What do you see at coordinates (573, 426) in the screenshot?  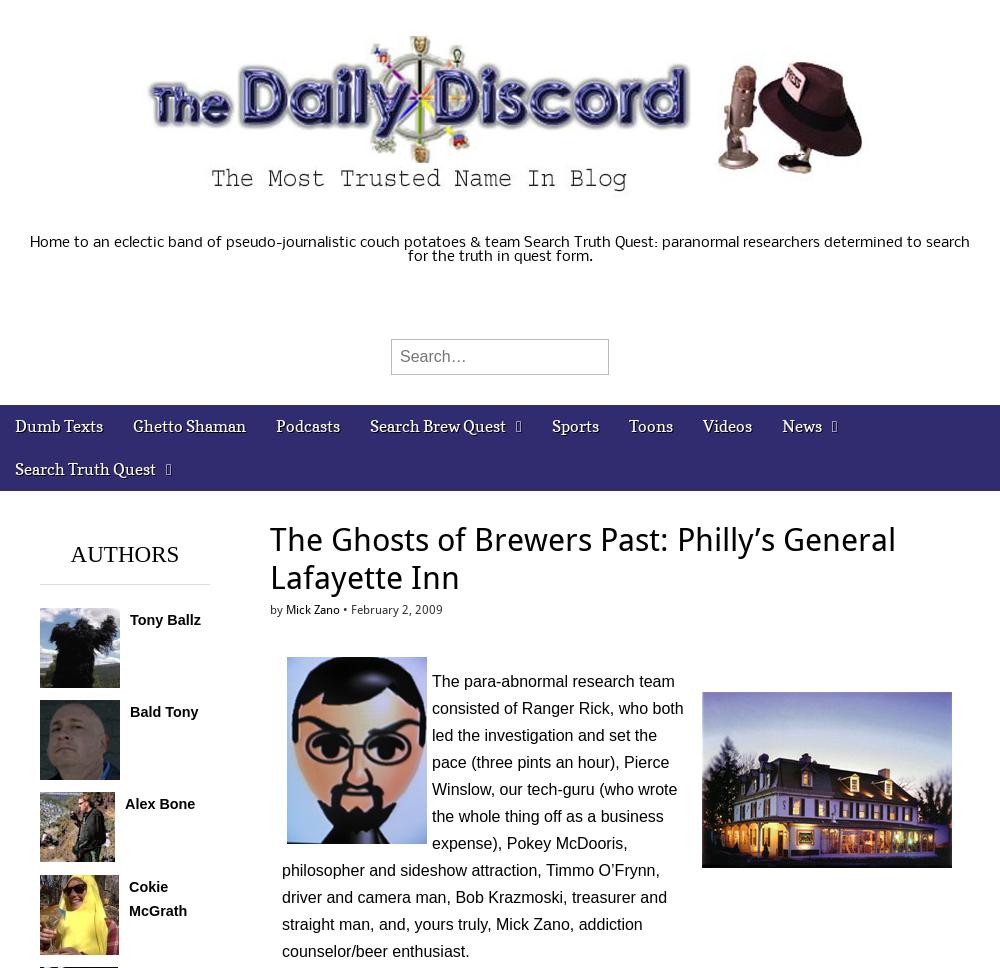 I see `'Sports'` at bounding box center [573, 426].